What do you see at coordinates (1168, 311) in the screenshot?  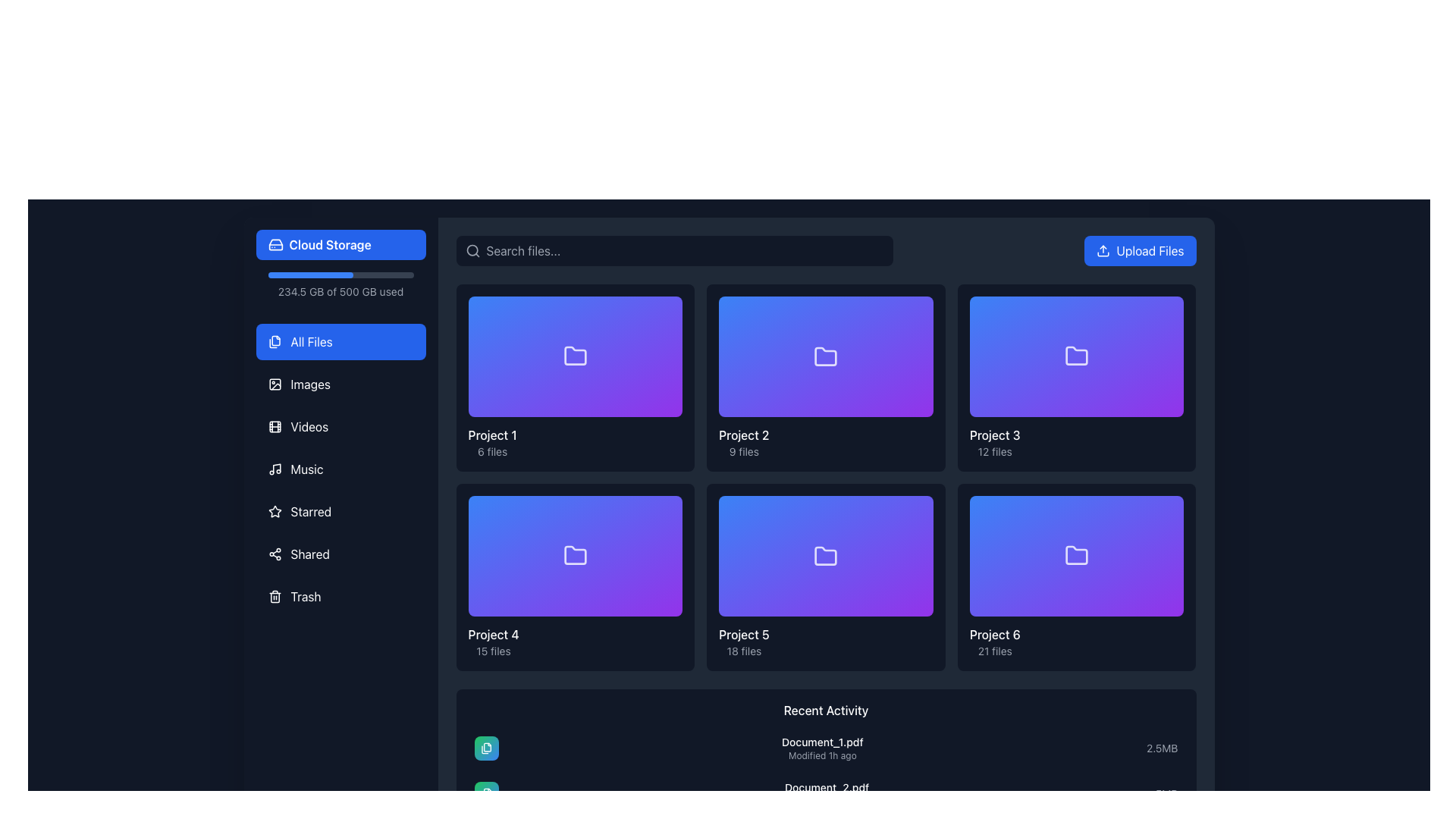 I see `the menu button located in the top-right corner of the 'Project 3' card in the second column of the second row` at bounding box center [1168, 311].